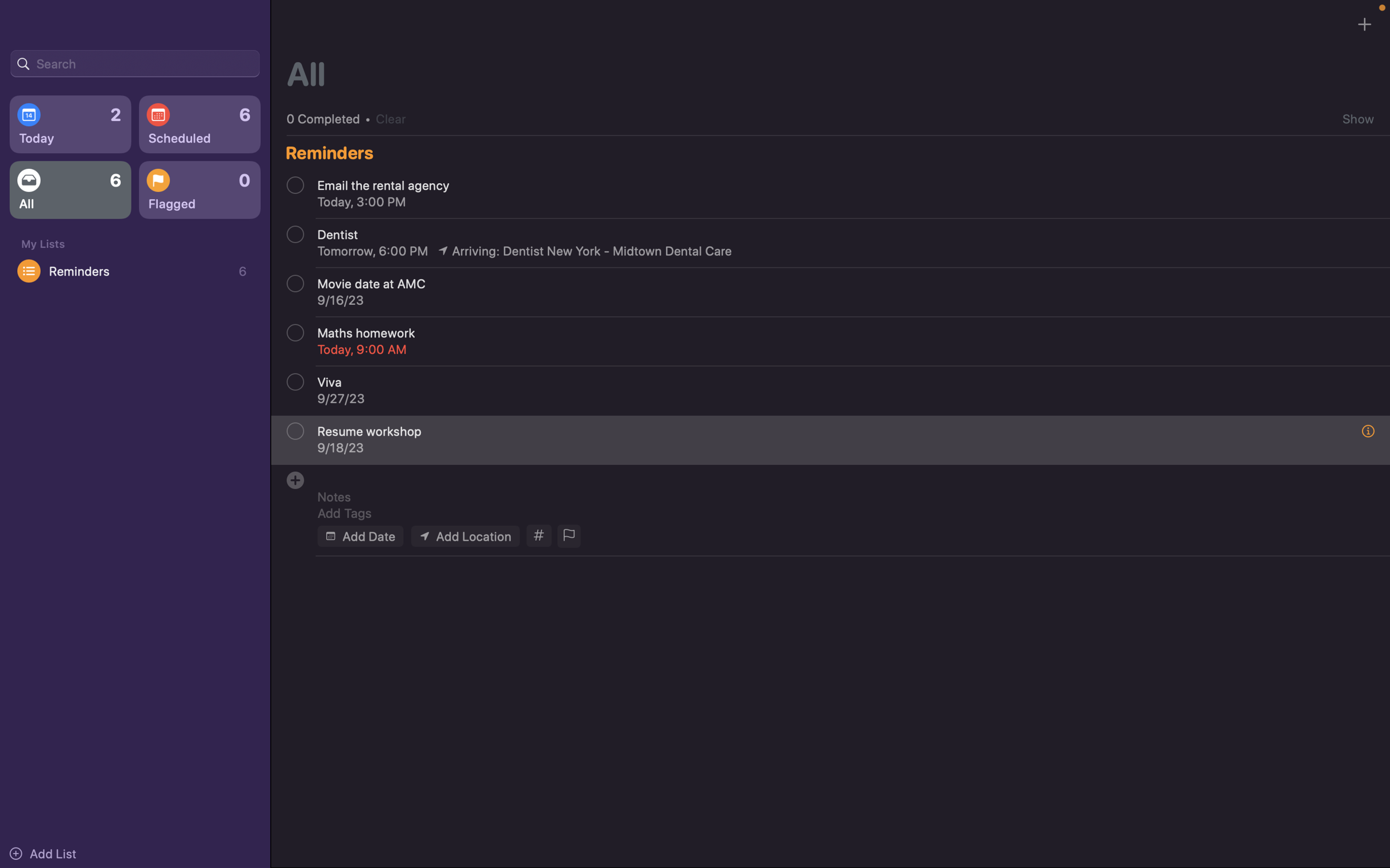  I want to click on Append a note to the event with the text "bring textbook", so click(837, 496).